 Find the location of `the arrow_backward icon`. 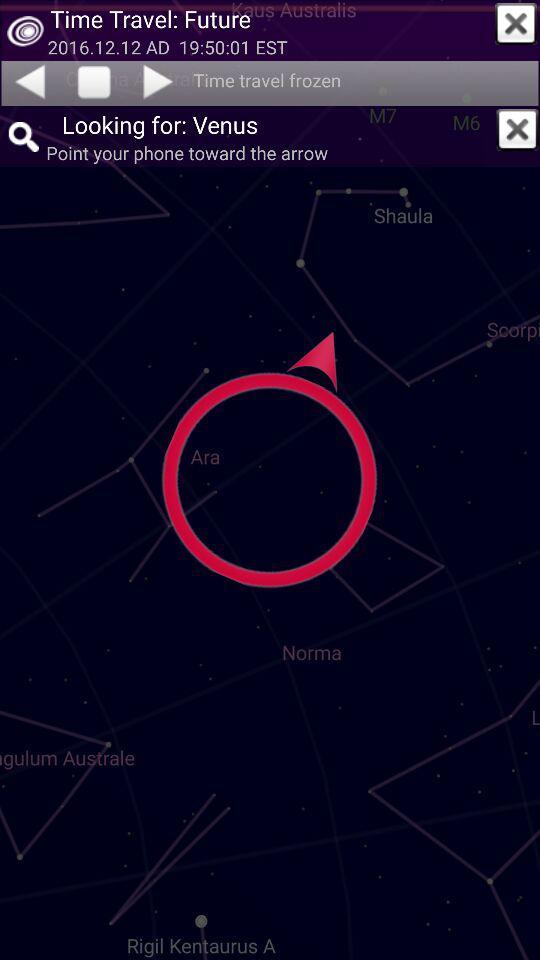

the arrow_backward icon is located at coordinates (28, 81).